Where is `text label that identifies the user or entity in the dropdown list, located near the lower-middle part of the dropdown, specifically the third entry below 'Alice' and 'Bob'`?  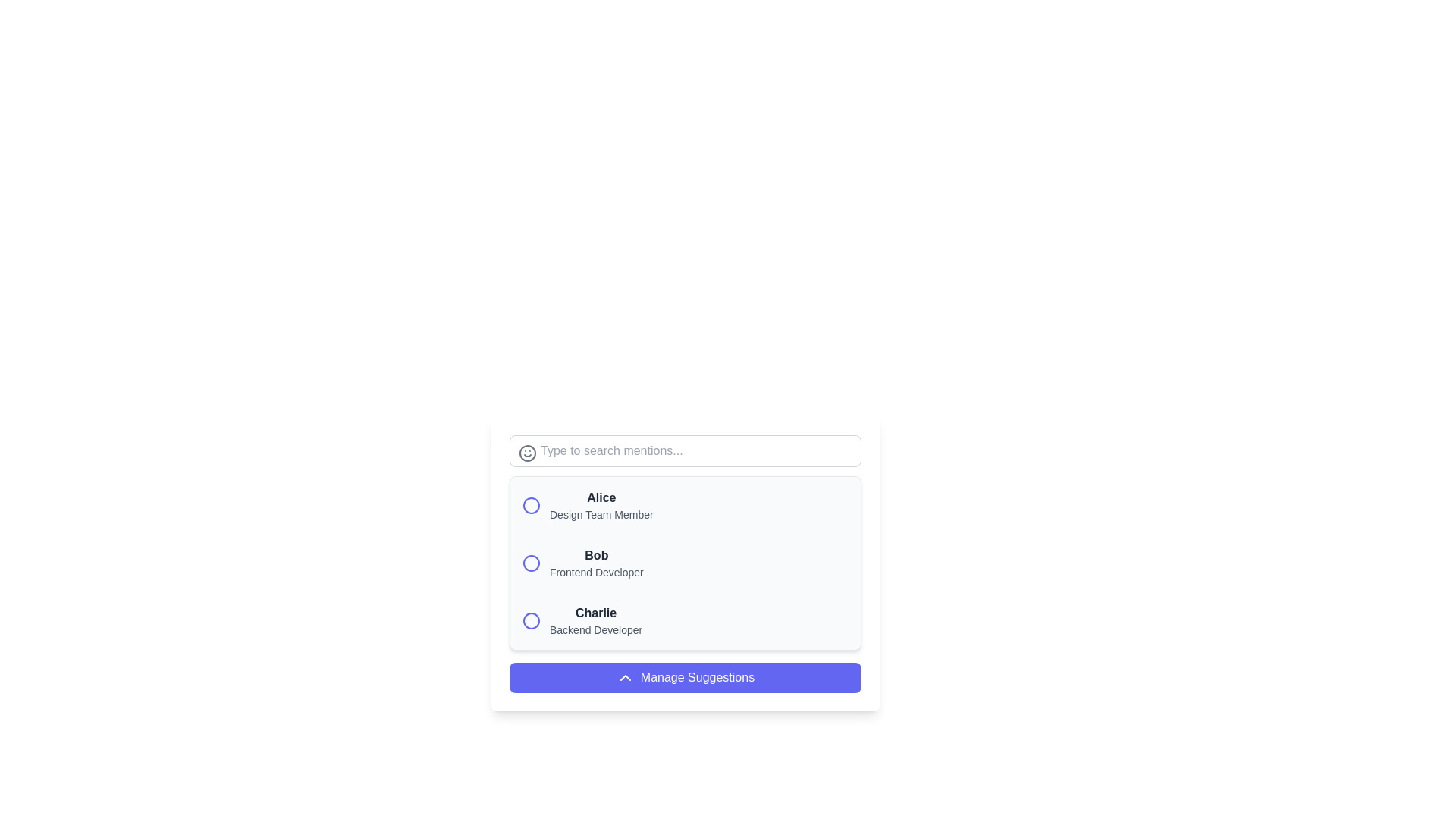 text label that identifies the user or entity in the dropdown list, located near the lower-middle part of the dropdown, specifically the third entry below 'Alice' and 'Bob' is located at coordinates (595, 613).